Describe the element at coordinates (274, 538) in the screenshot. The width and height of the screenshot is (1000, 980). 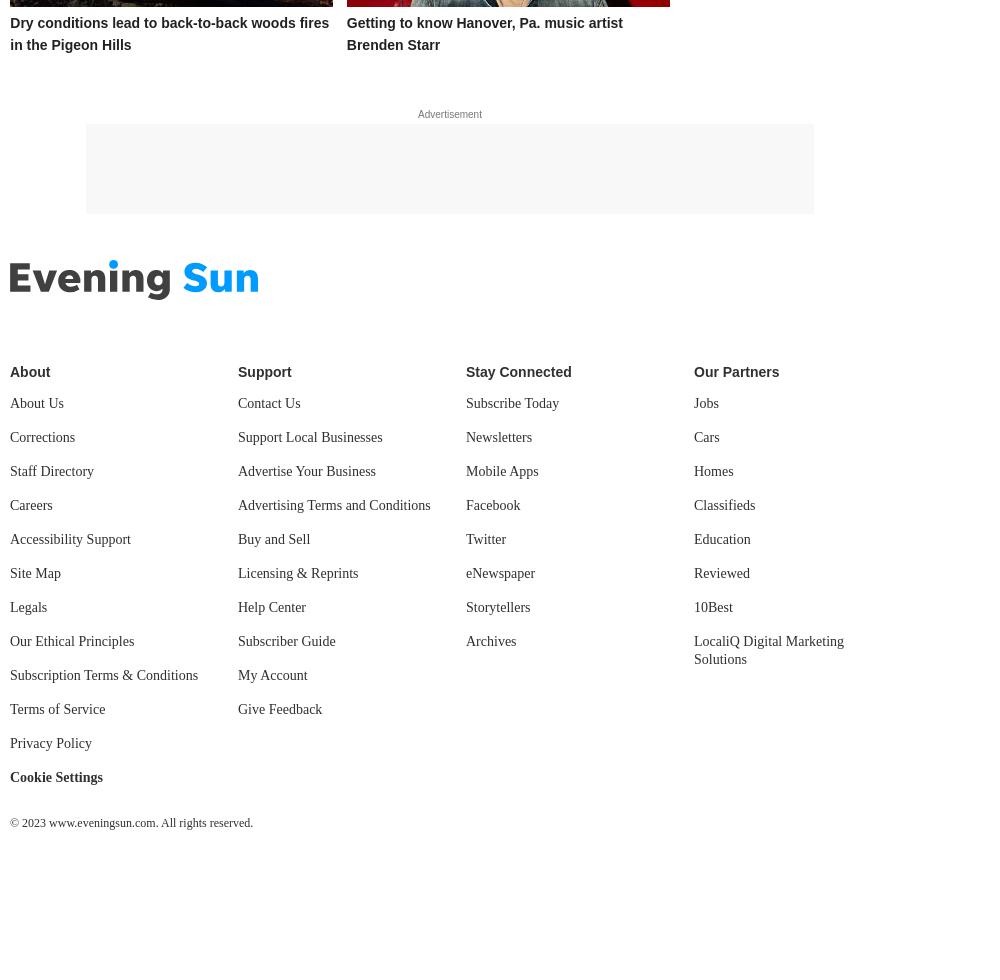
I see `'Buy and Sell'` at that location.